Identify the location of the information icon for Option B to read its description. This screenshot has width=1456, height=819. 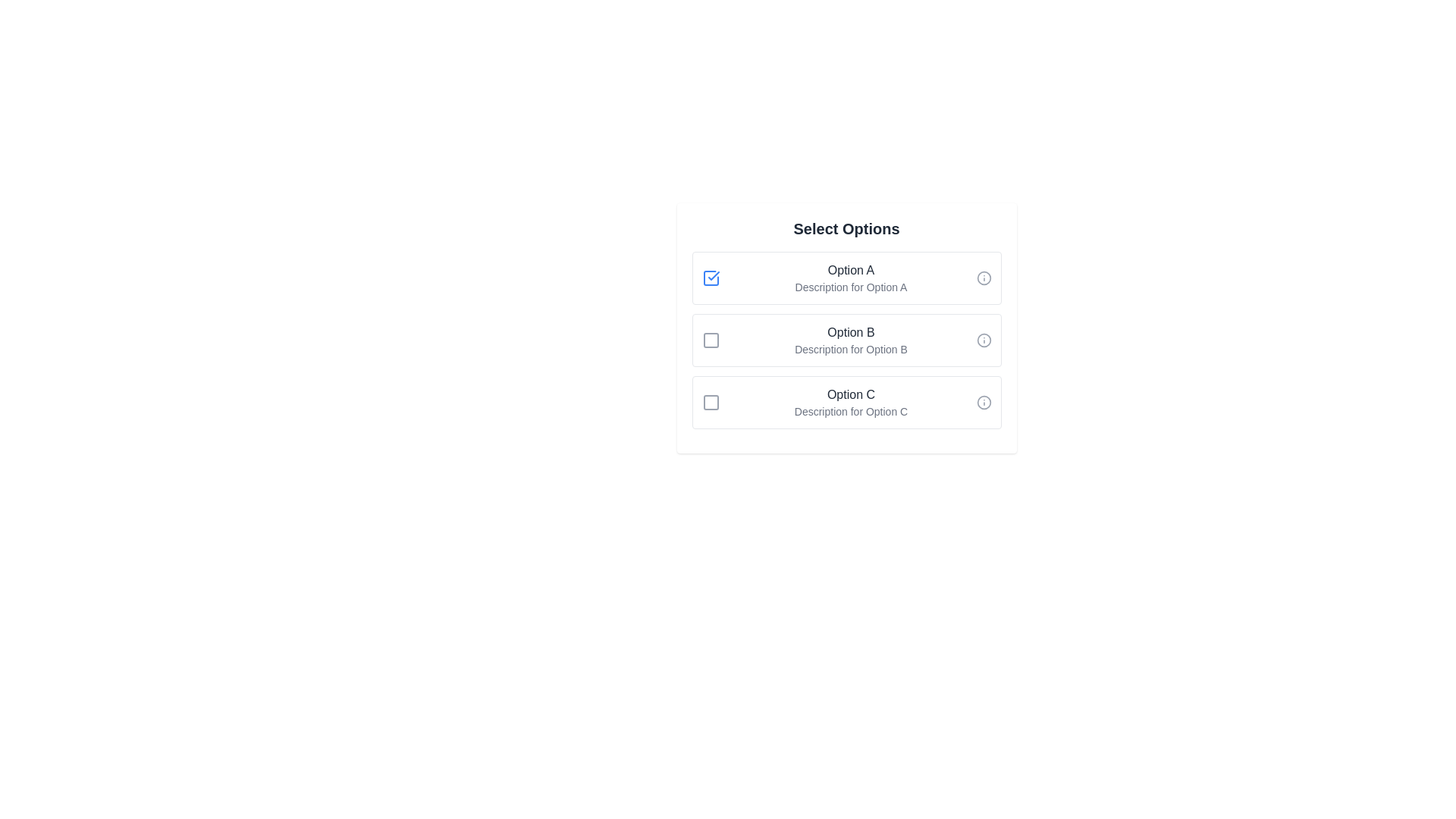
(984, 339).